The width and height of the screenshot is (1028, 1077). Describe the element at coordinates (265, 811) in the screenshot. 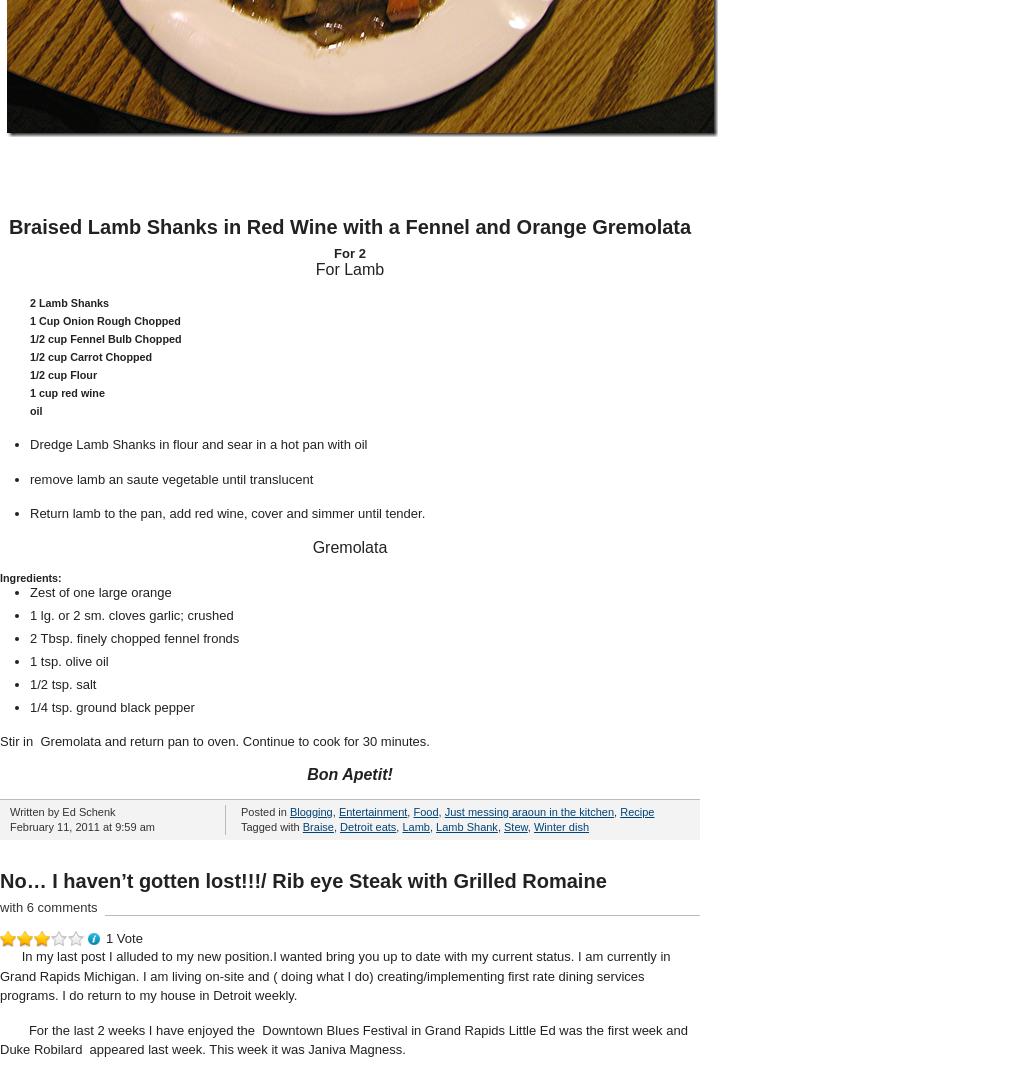

I see `'Posted in'` at that location.